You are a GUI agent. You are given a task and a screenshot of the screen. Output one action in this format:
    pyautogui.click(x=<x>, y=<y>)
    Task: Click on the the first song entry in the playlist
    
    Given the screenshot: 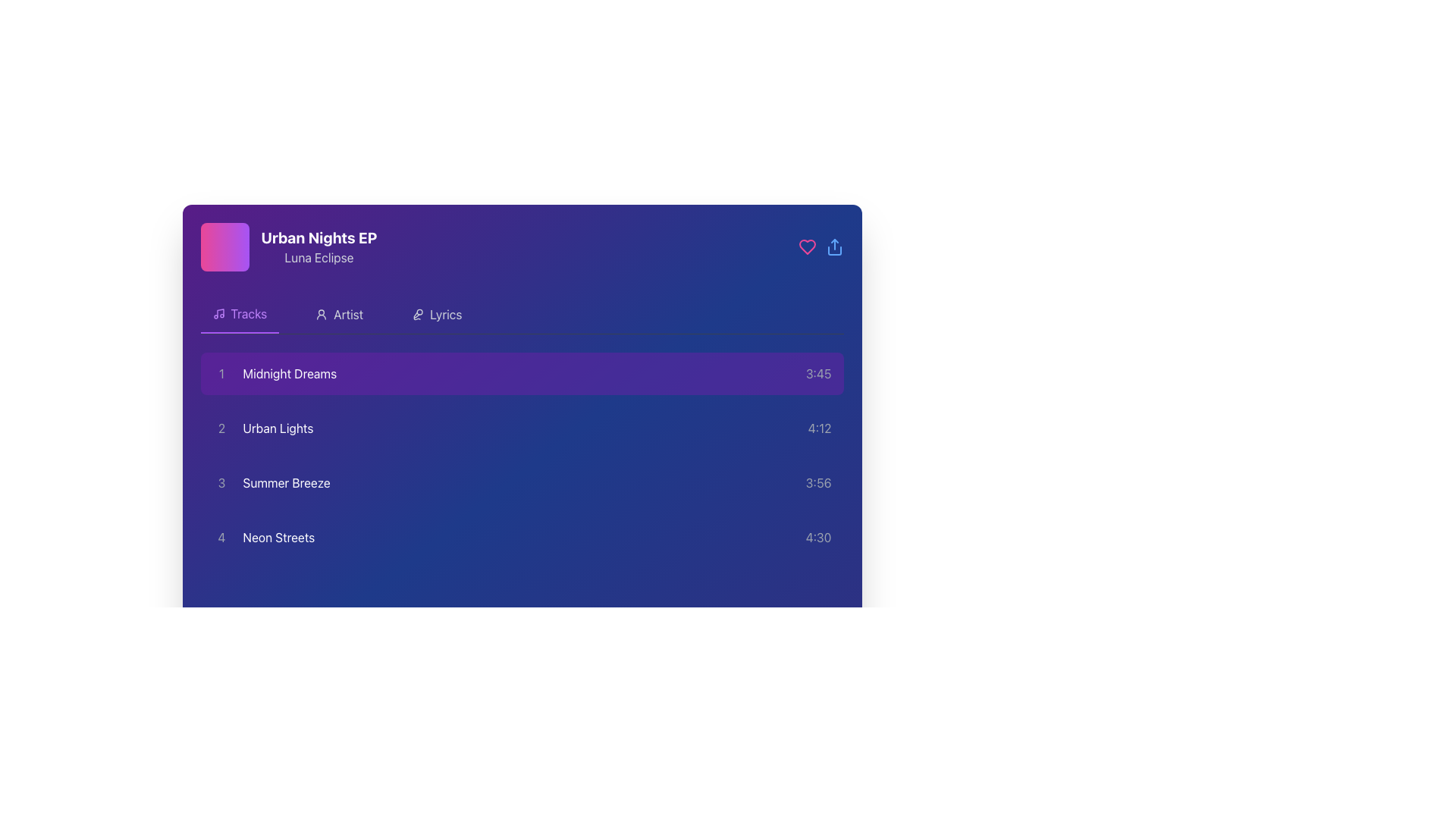 What is the action you would take?
    pyautogui.click(x=522, y=374)
    